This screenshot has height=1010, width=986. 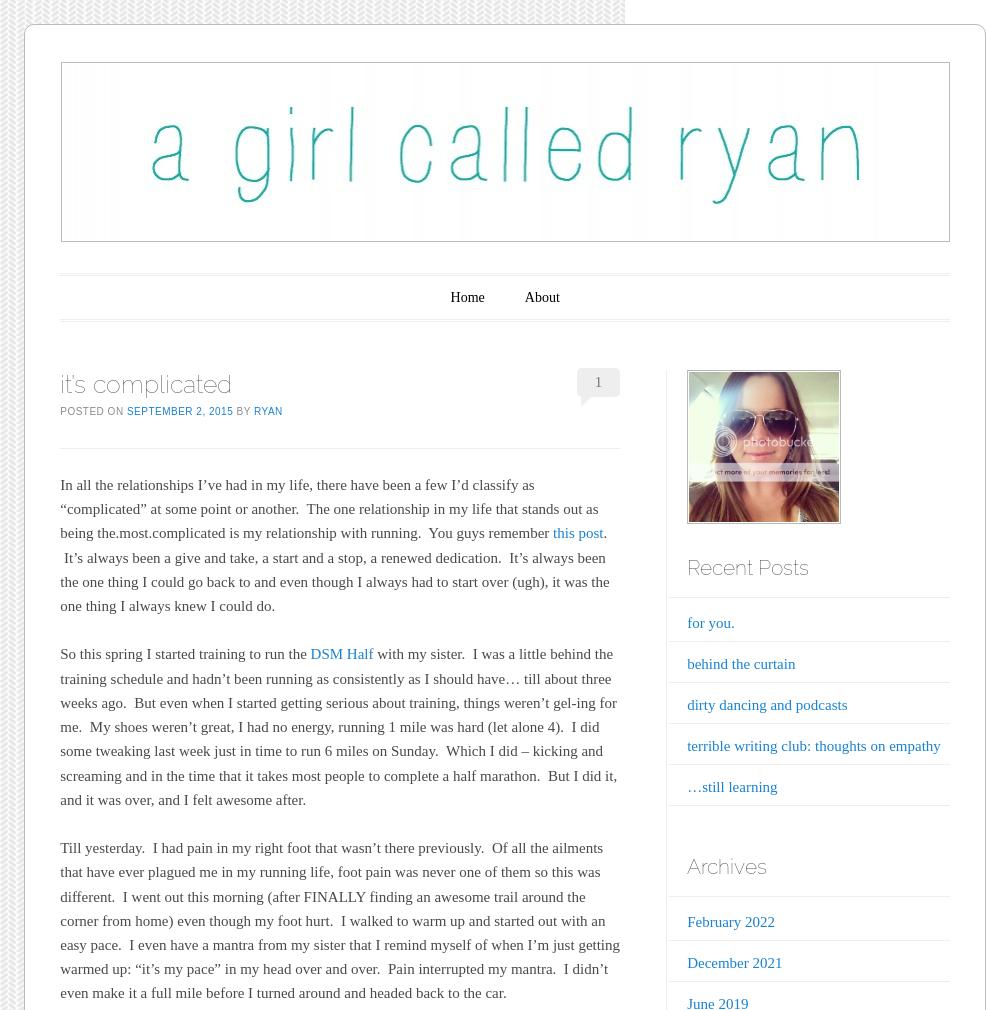 What do you see at coordinates (740, 661) in the screenshot?
I see `'behind the curtain'` at bounding box center [740, 661].